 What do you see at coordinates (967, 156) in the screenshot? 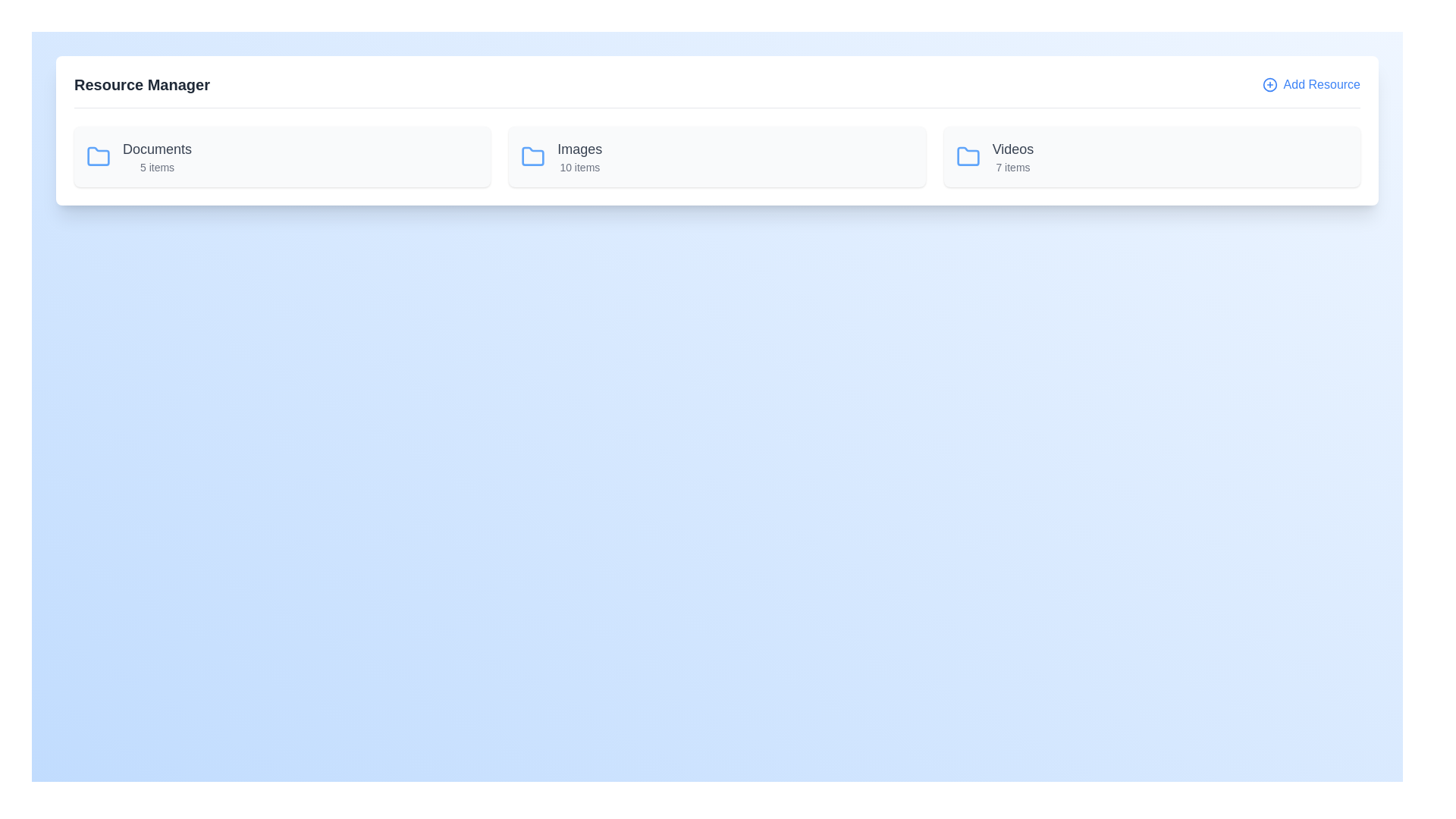
I see `the folder-shaped icon with a blue outline and white background located in the rightmost panel labeled 'Videos'` at bounding box center [967, 156].